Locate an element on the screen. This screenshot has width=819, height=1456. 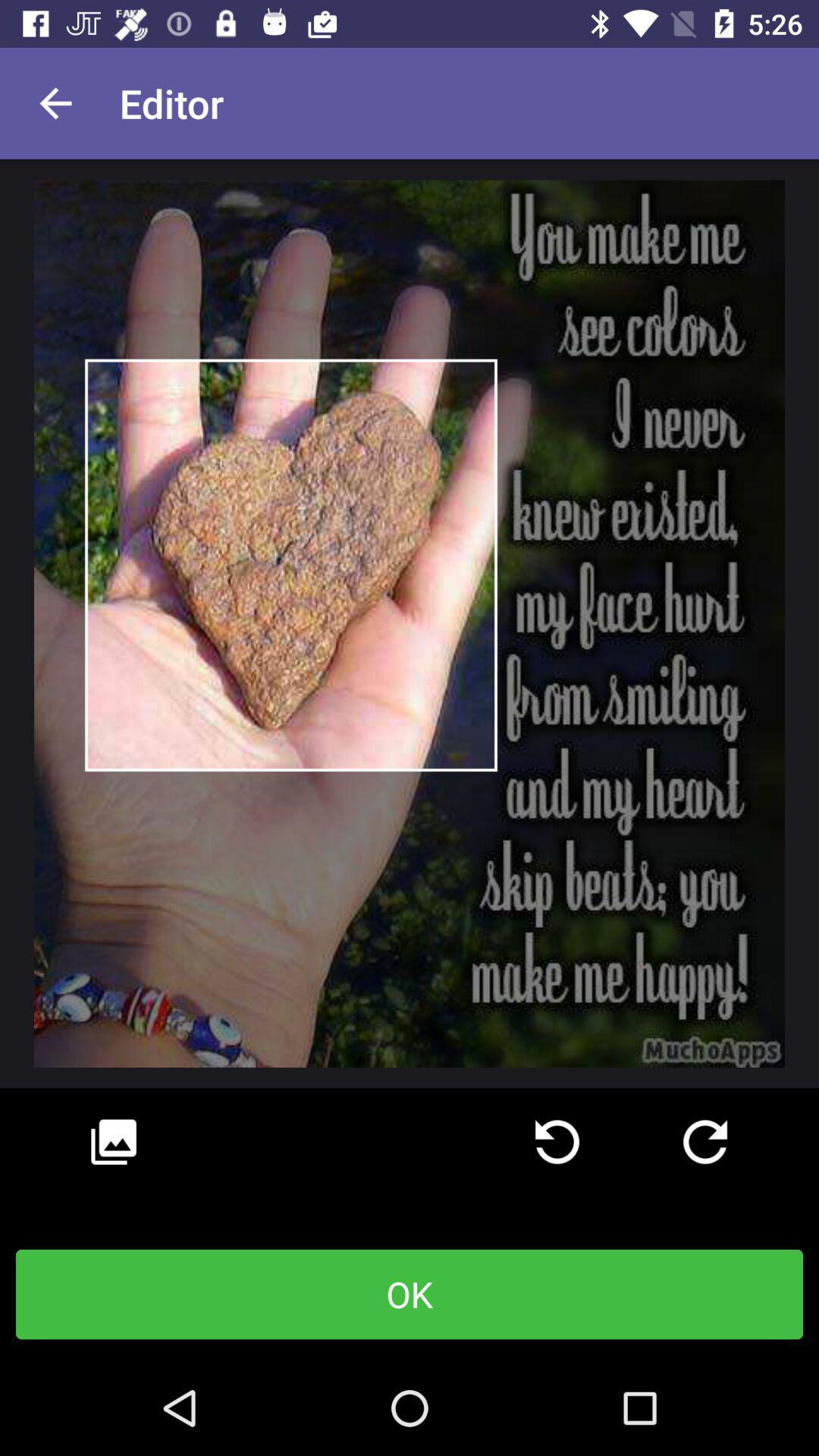
gallery option is located at coordinates (113, 1142).